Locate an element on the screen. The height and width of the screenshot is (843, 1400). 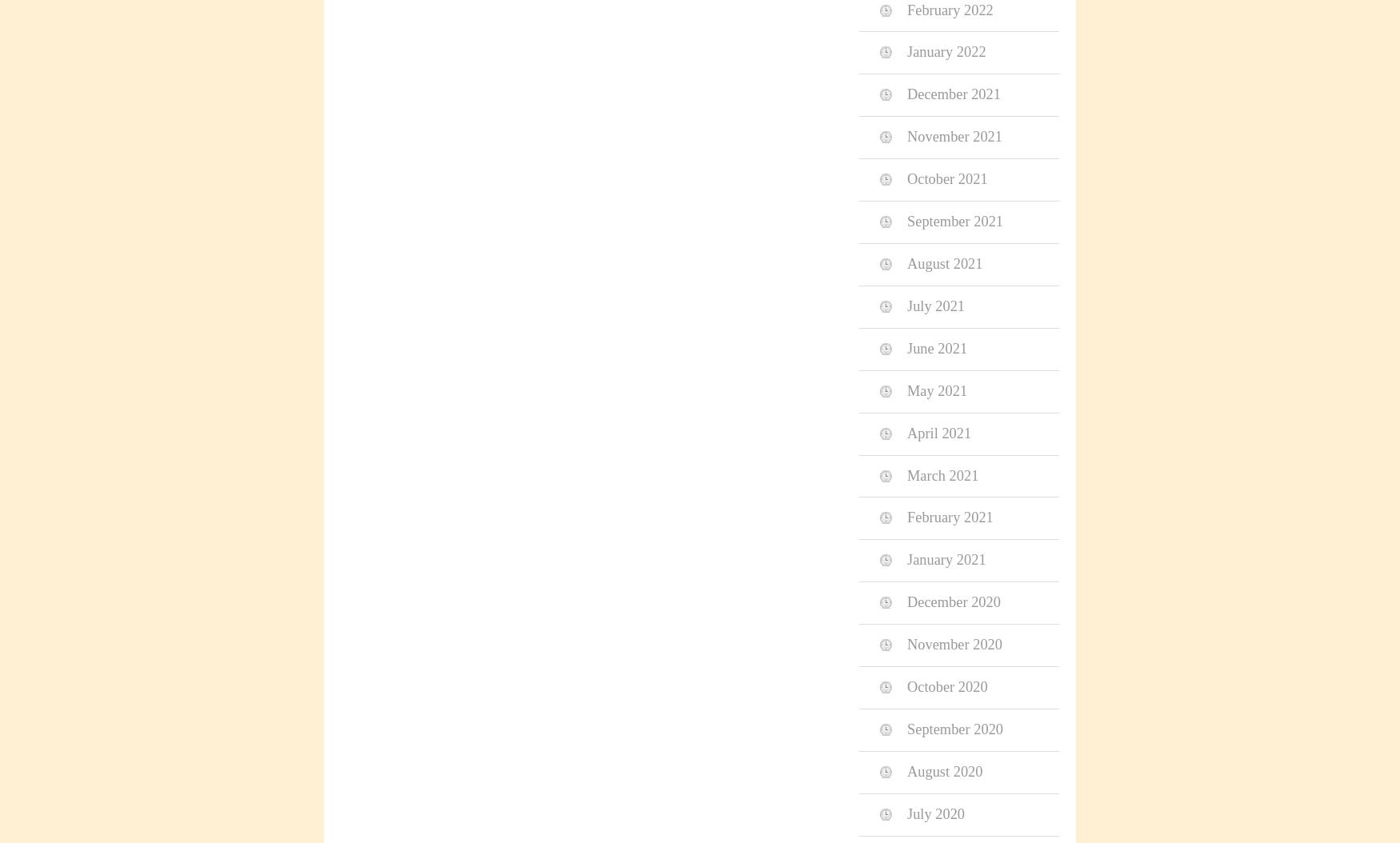
'November 2020' is located at coordinates (954, 643).